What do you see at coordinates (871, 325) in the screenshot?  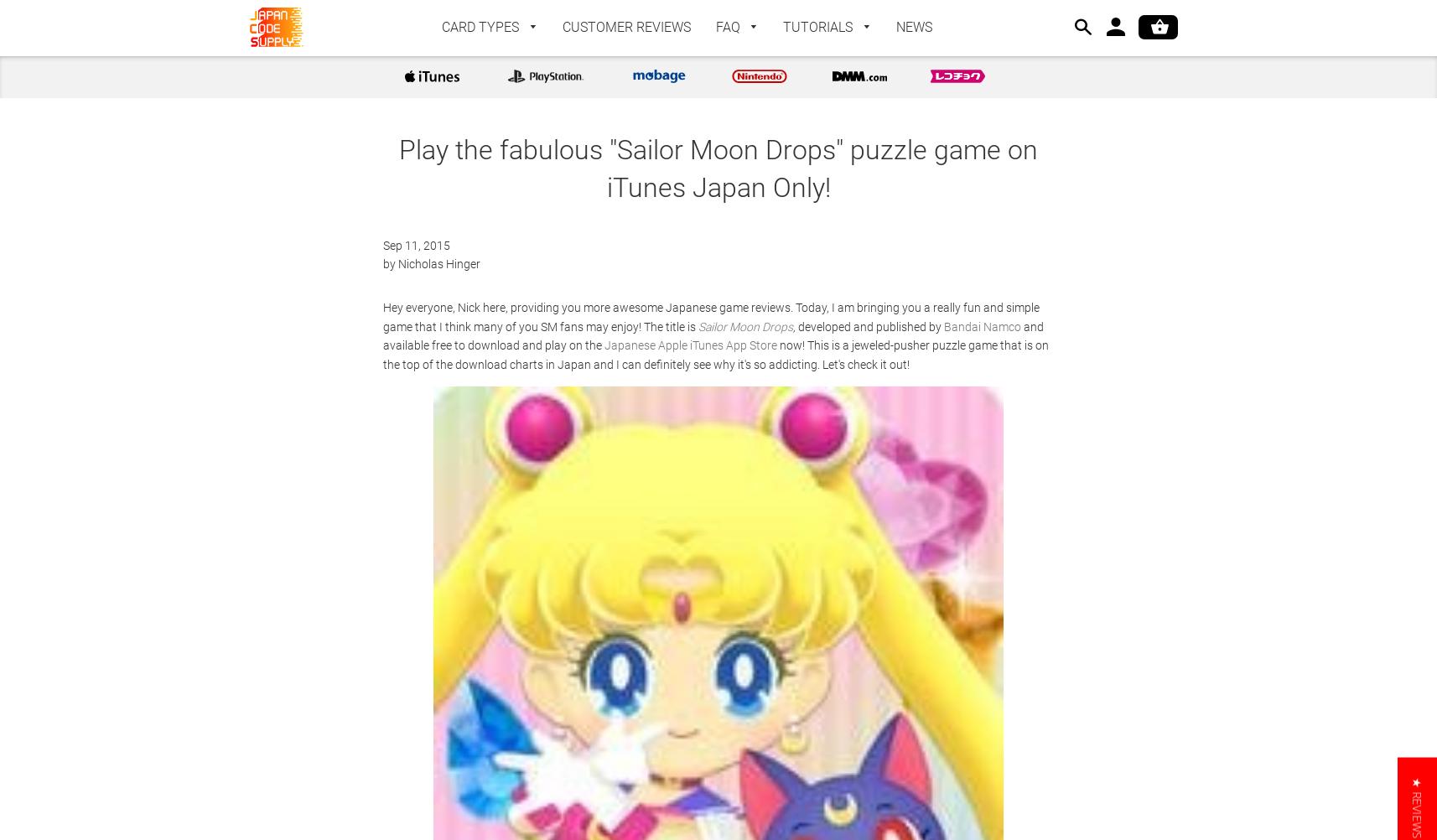 I see `'developed and published by'` at bounding box center [871, 325].